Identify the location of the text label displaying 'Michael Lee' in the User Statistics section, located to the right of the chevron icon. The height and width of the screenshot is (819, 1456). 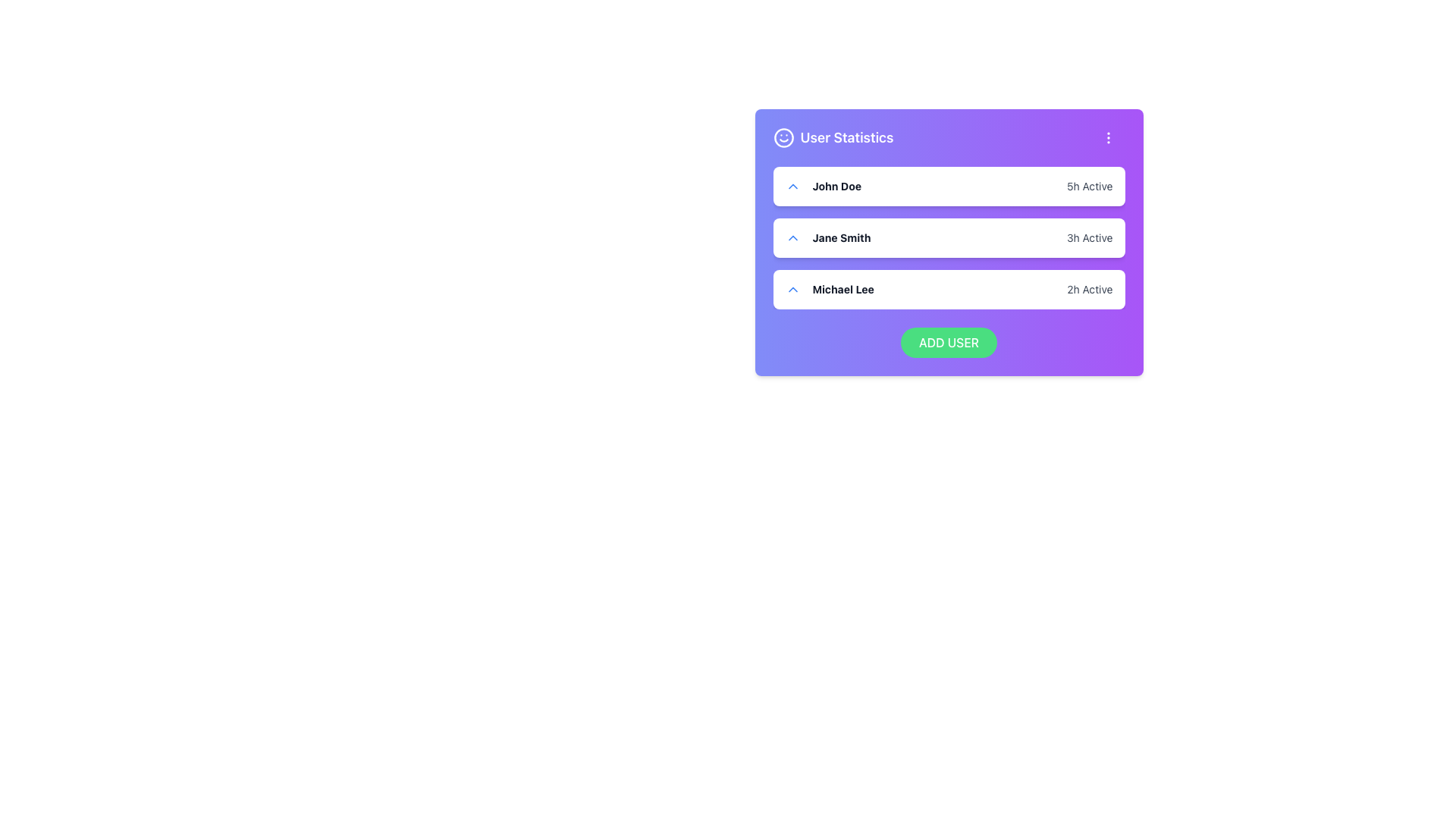
(843, 289).